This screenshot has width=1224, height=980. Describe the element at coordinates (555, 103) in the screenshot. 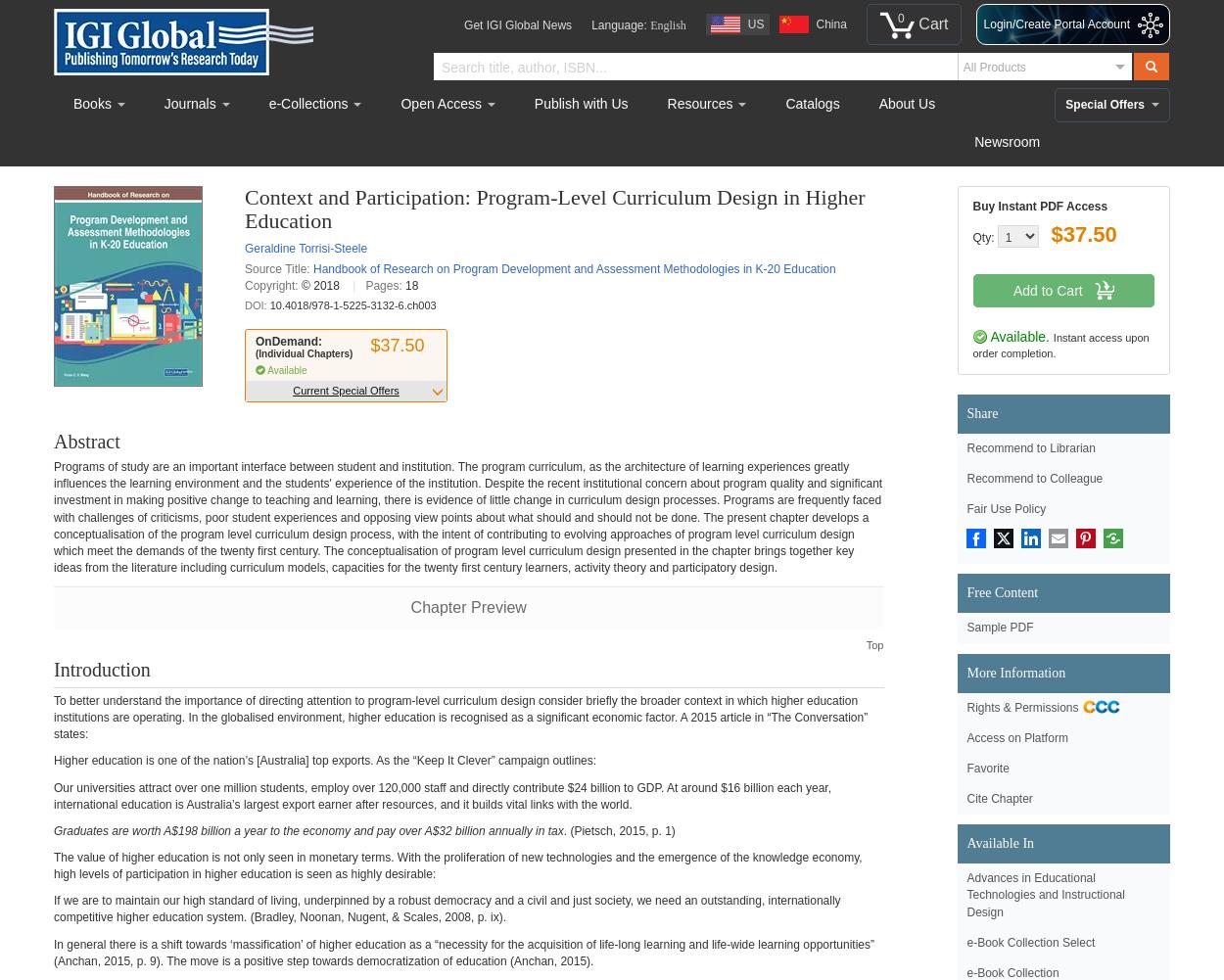

I see `'Publish'` at that location.